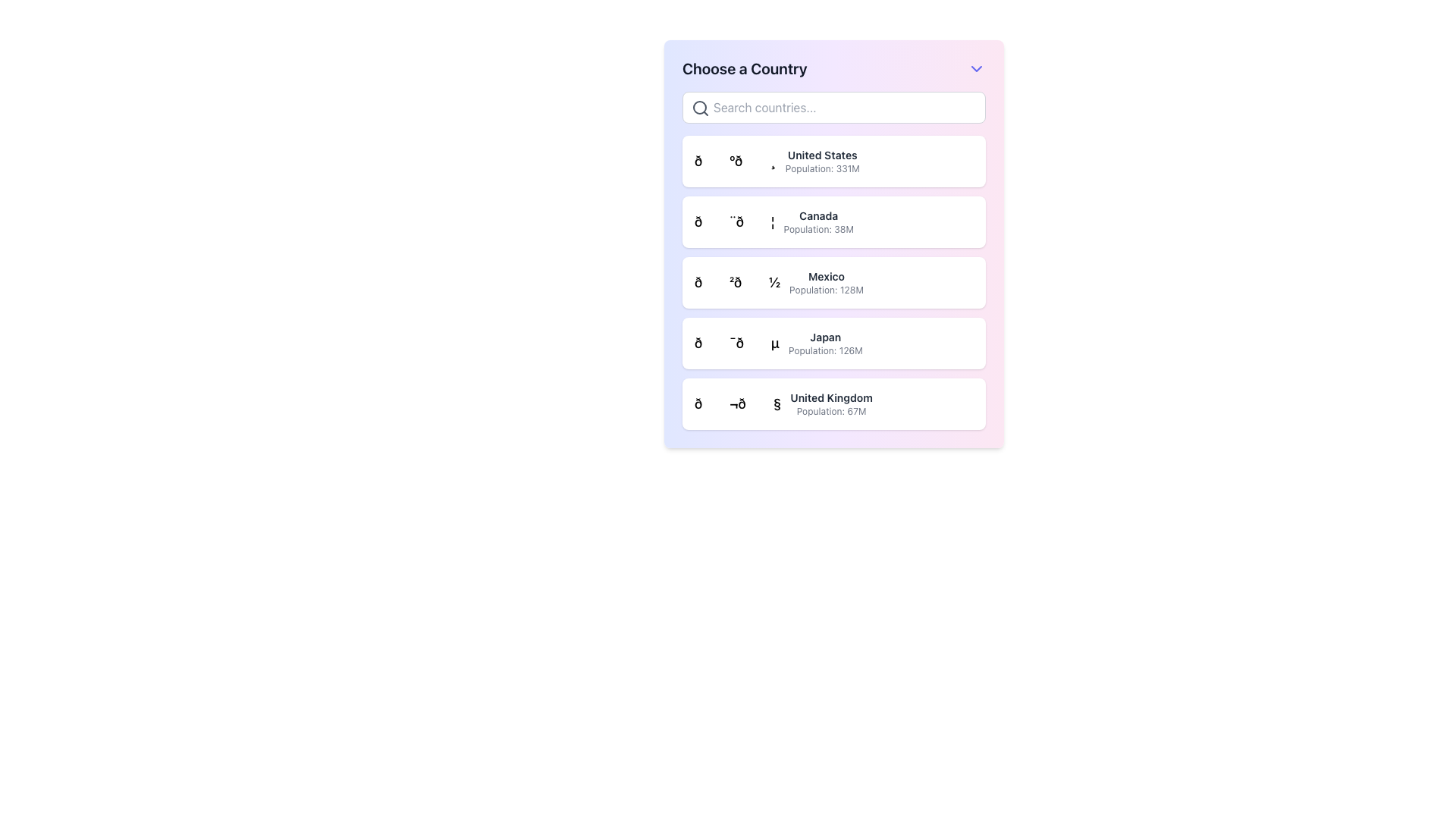 Image resolution: width=1456 pixels, height=819 pixels. Describe the element at coordinates (830, 397) in the screenshot. I see `the Text Label element displaying 'United Kingdom', which is a two-line label located above the 'Population: 67M' text` at that location.